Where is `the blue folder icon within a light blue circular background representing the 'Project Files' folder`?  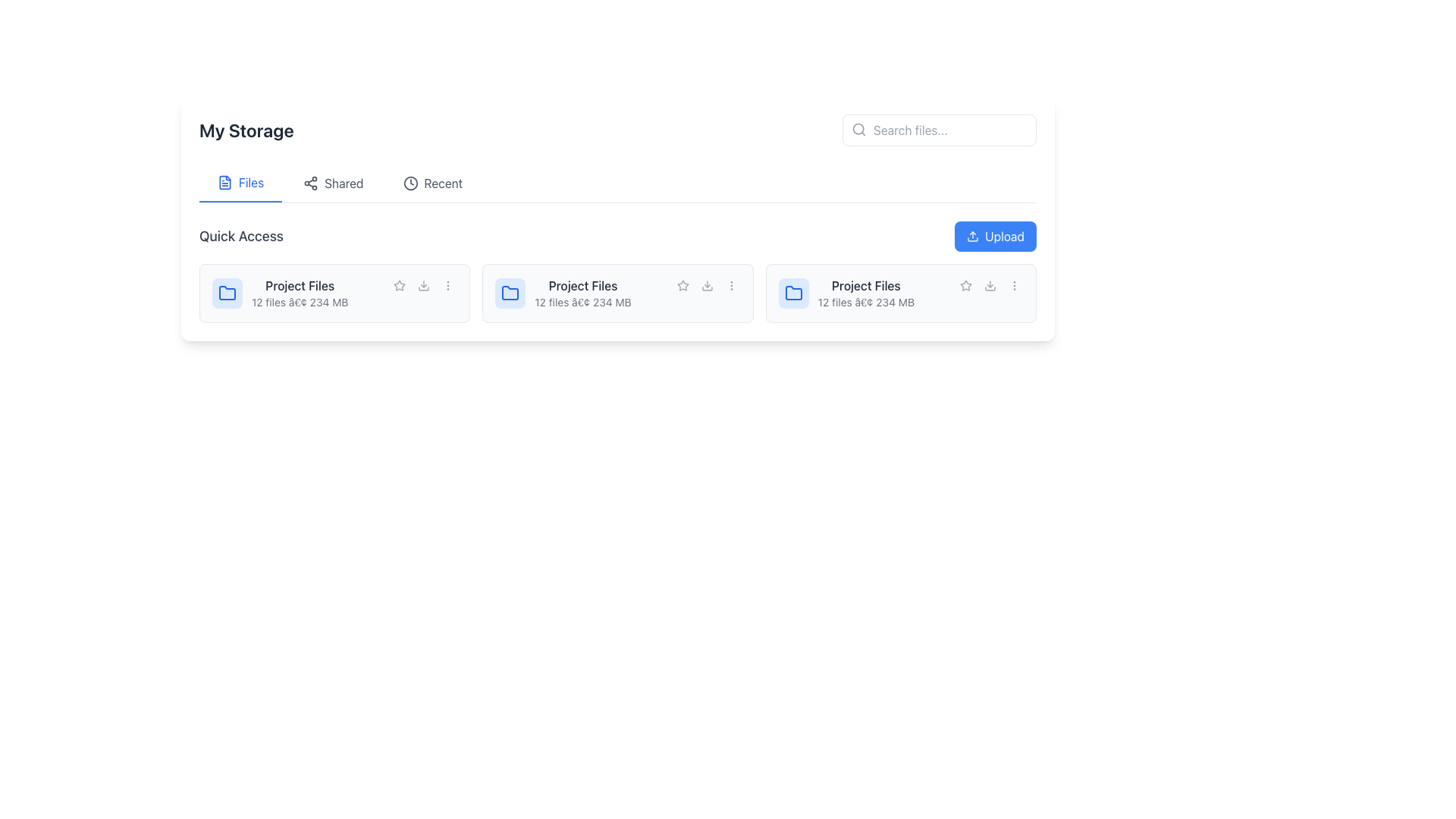 the blue folder icon within a light blue circular background representing the 'Project Files' folder is located at coordinates (792, 293).